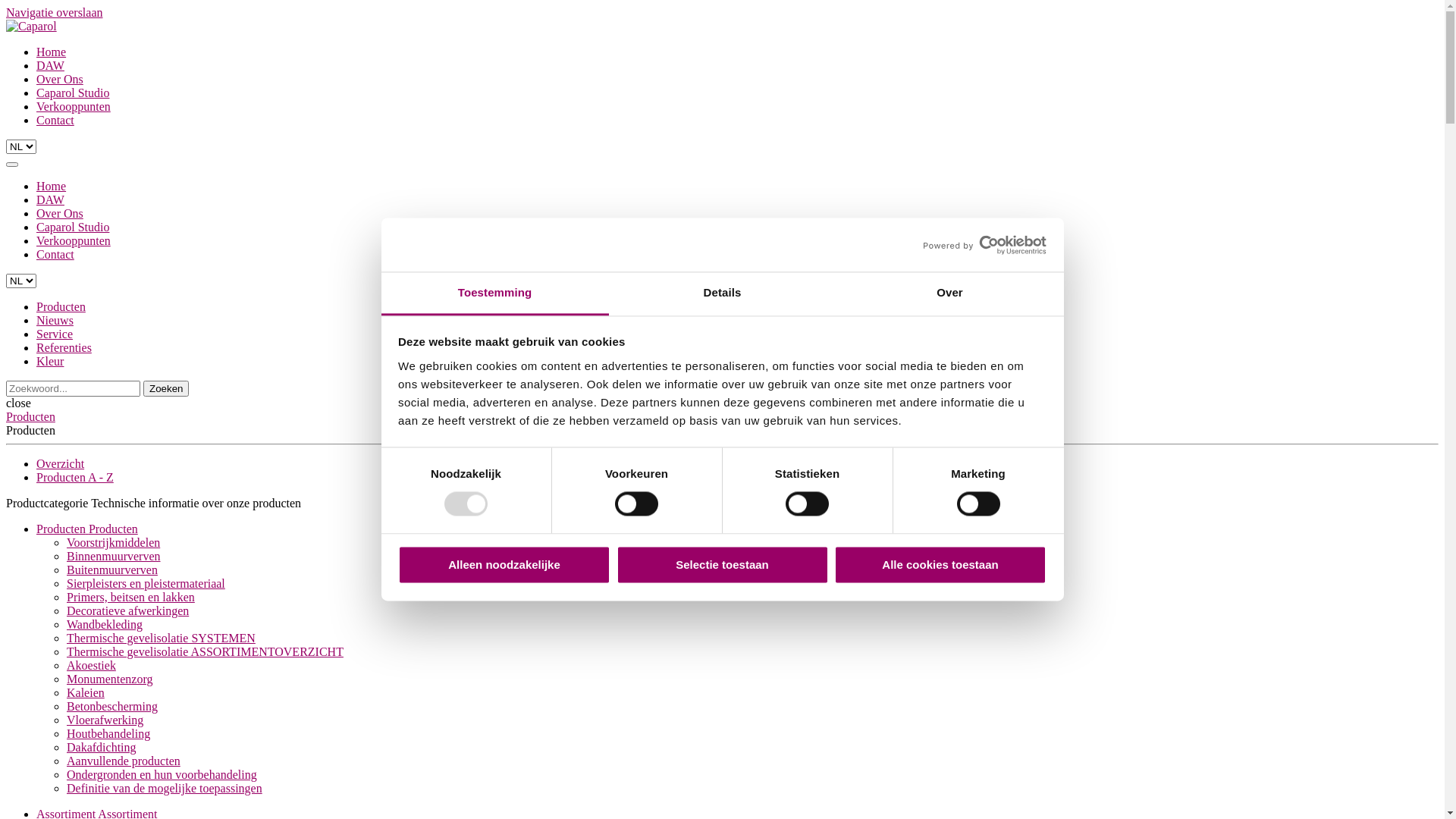  Describe the element at coordinates (36, 253) in the screenshot. I see `'Contact'` at that location.